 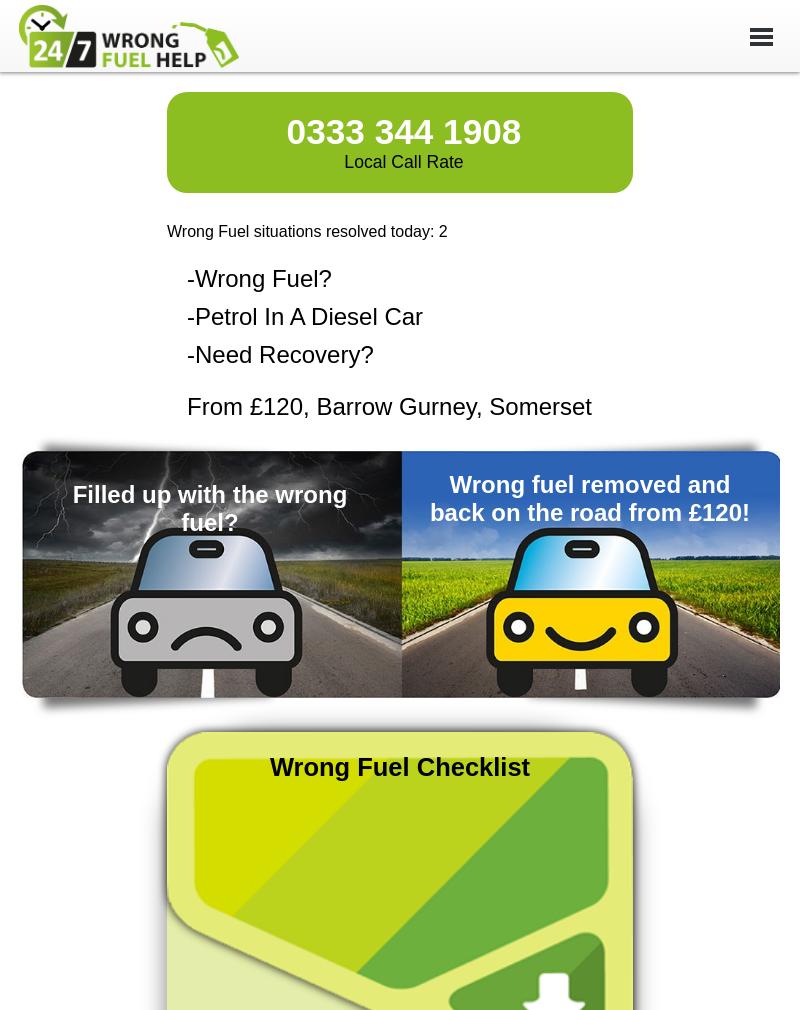 I want to click on 'Local Call Rate', so click(x=403, y=161).